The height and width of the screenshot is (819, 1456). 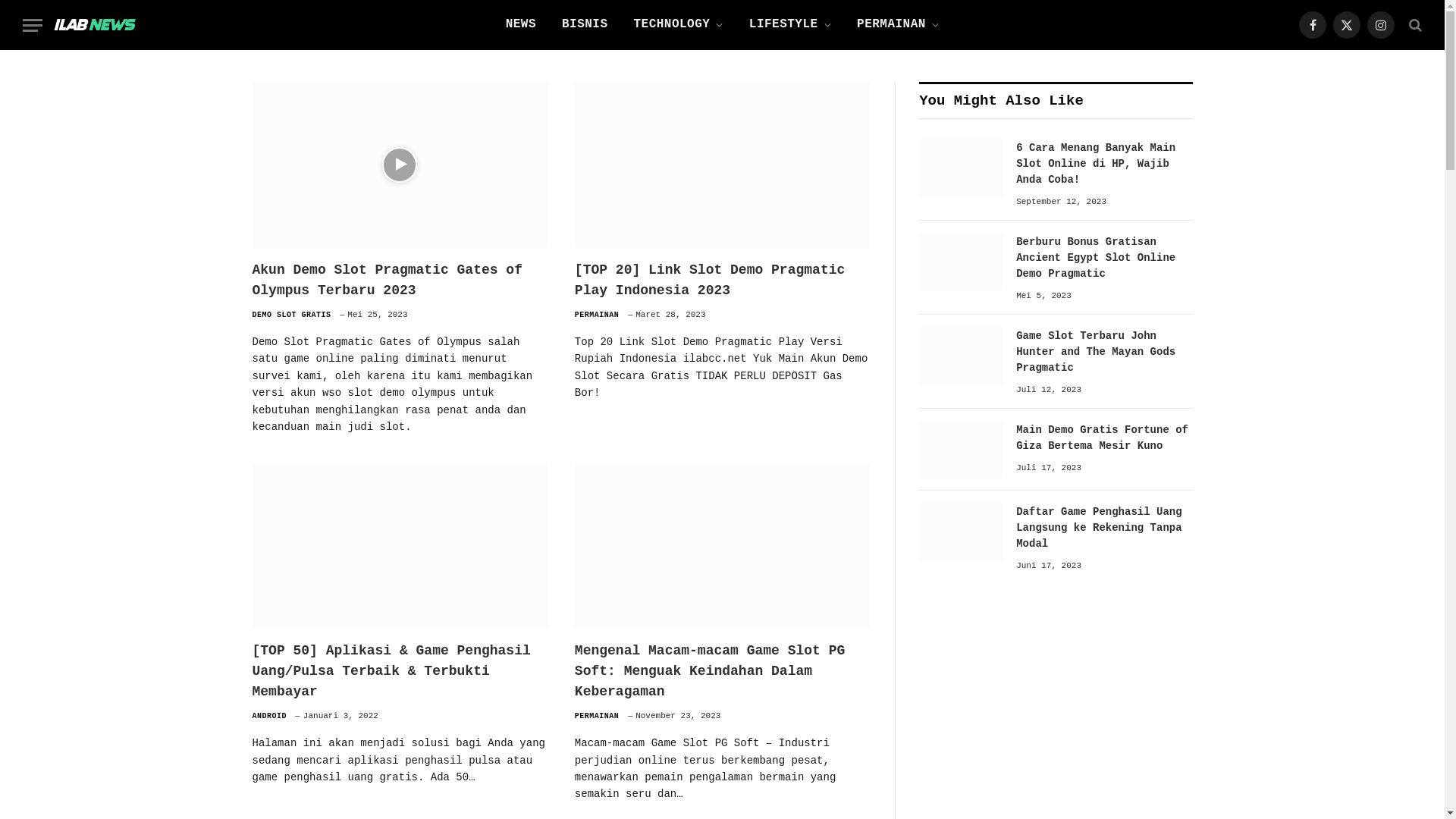 What do you see at coordinates (291, 314) in the screenshot?
I see `'DEMO SLOT GRATIS'` at bounding box center [291, 314].